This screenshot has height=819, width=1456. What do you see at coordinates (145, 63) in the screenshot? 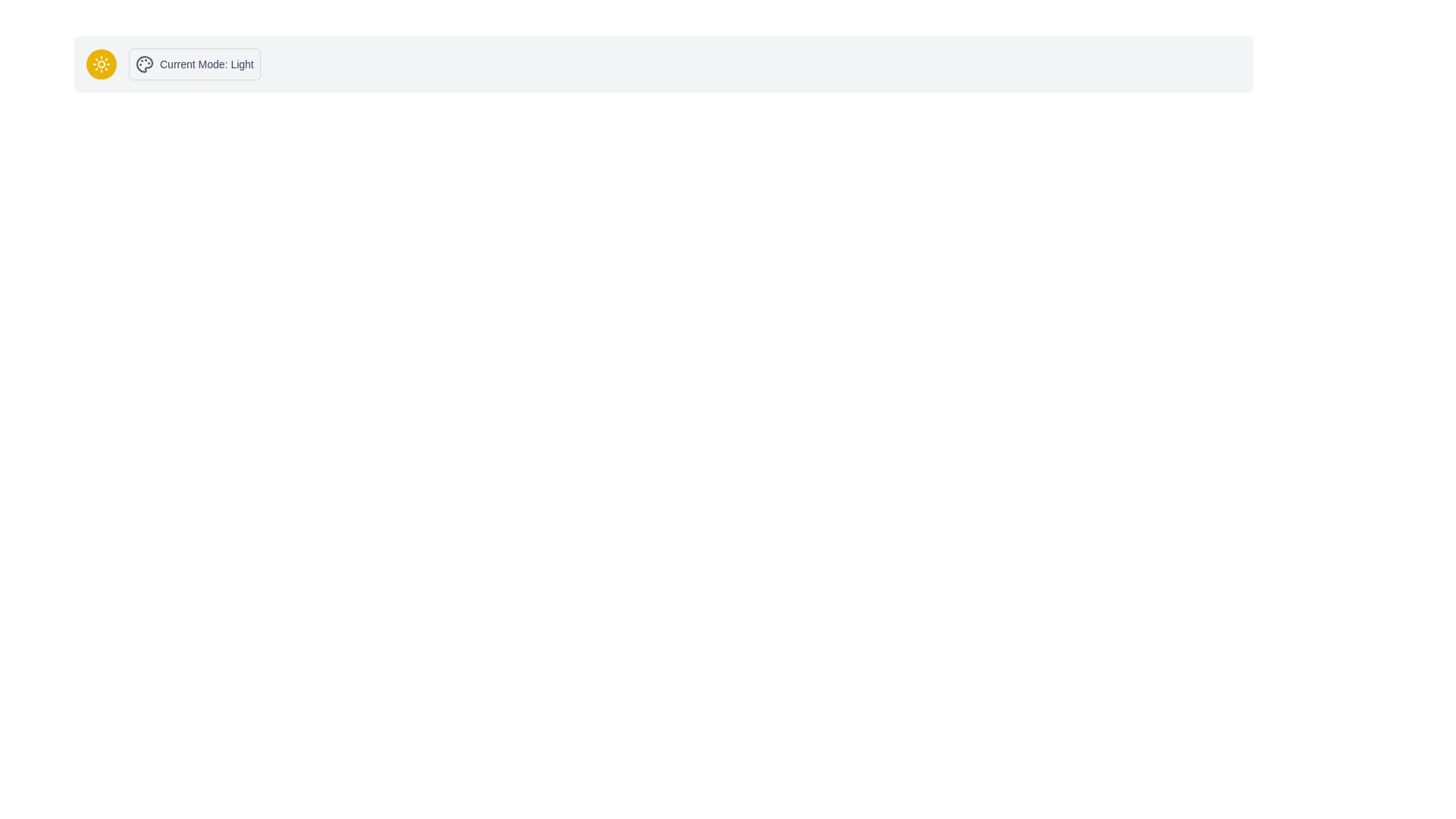
I see `the gray painter's palette icon with four circular shapes, located to the left of the text 'Current Mode: Light'` at bounding box center [145, 63].